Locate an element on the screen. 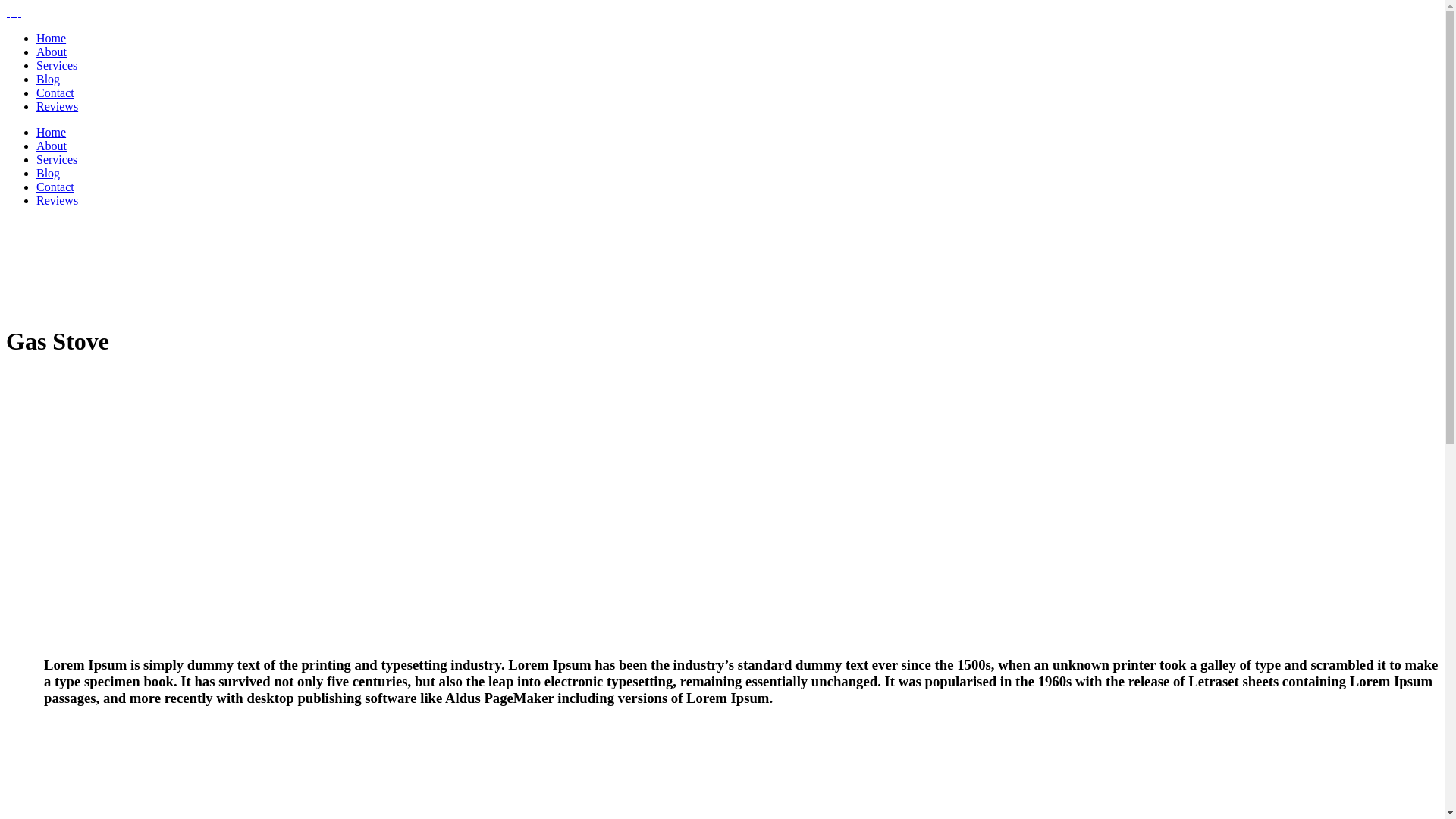 The height and width of the screenshot is (819, 1456). 'Services' is located at coordinates (57, 64).